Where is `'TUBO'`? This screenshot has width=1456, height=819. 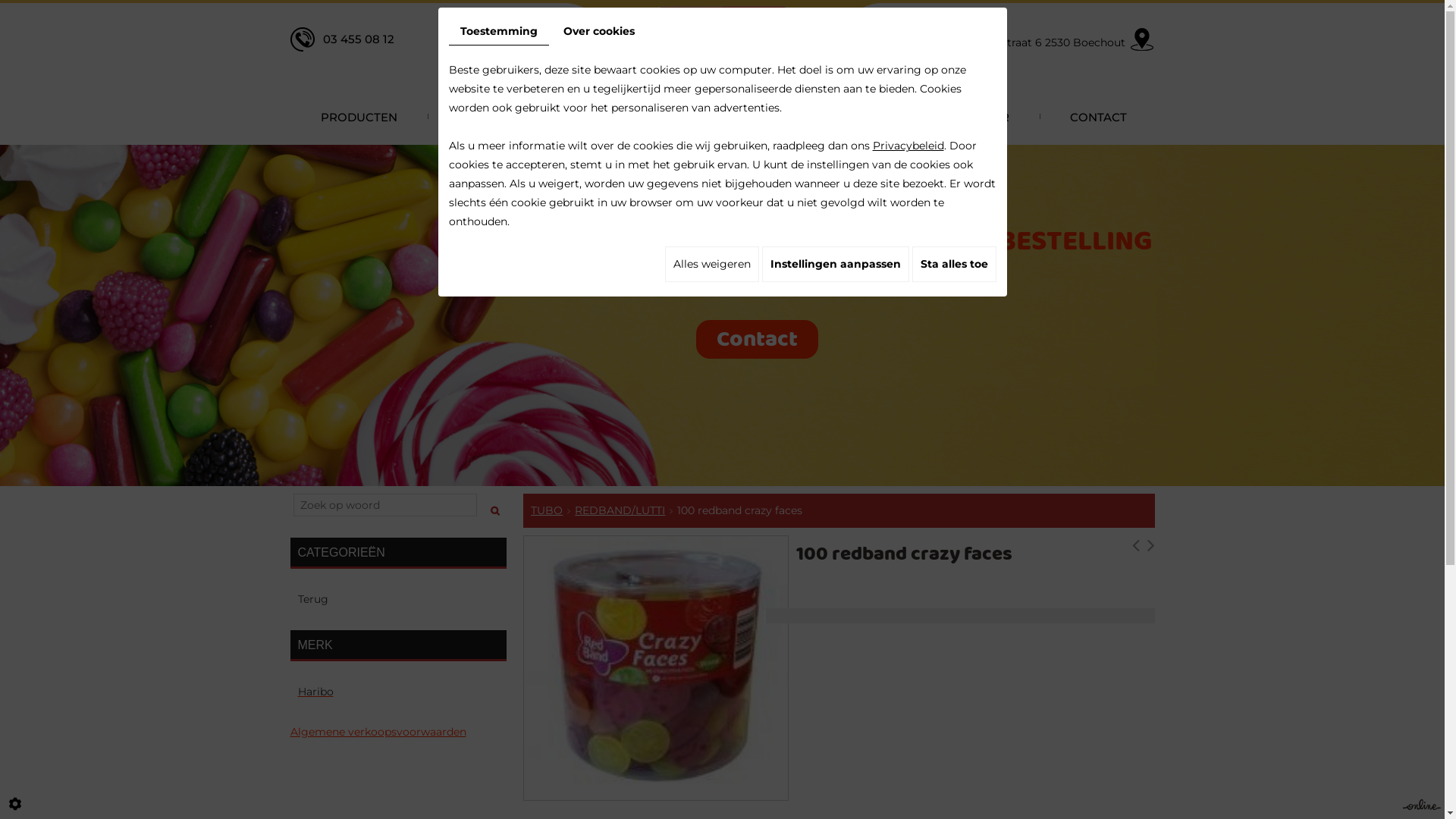
'TUBO' is located at coordinates (546, 510).